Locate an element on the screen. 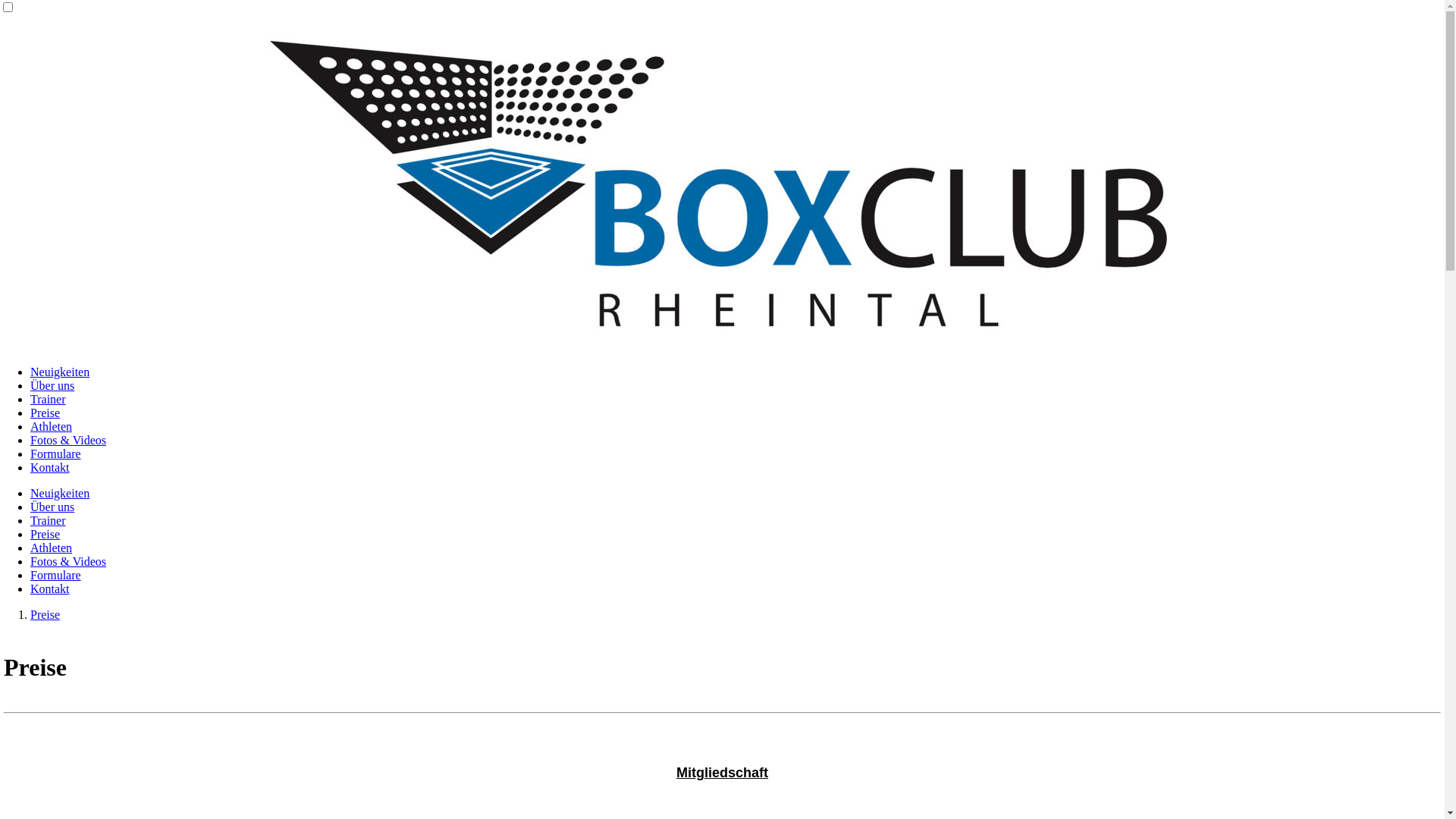 The width and height of the screenshot is (1456, 819). 'Preise' is located at coordinates (45, 413).